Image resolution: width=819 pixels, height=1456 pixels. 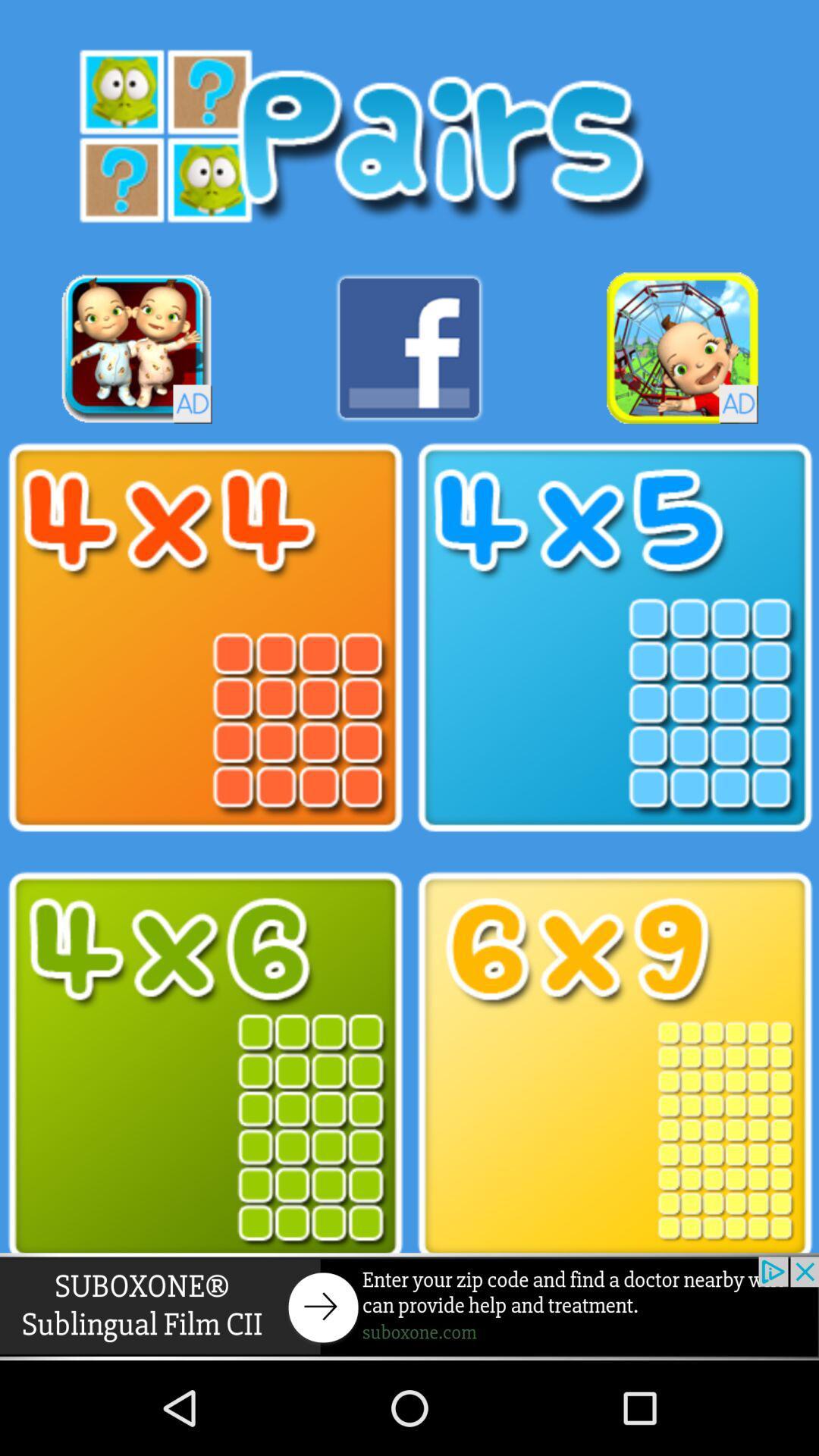 What do you see at coordinates (409, 1306) in the screenshot?
I see `advertisement banner` at bounding box center [409, 1306].